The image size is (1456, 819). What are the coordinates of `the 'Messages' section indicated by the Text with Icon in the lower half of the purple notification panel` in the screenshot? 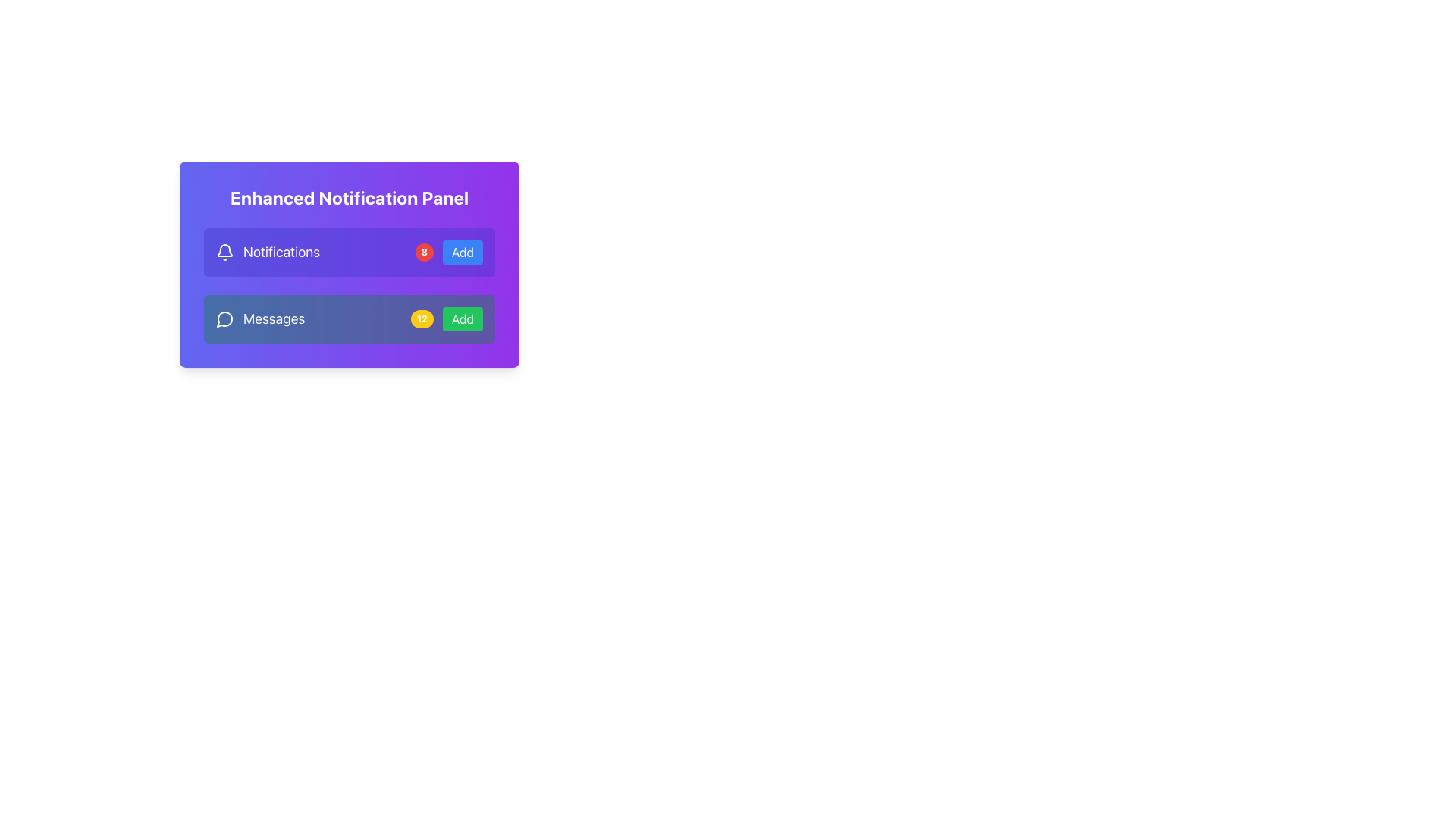 It's located at (260, 318).